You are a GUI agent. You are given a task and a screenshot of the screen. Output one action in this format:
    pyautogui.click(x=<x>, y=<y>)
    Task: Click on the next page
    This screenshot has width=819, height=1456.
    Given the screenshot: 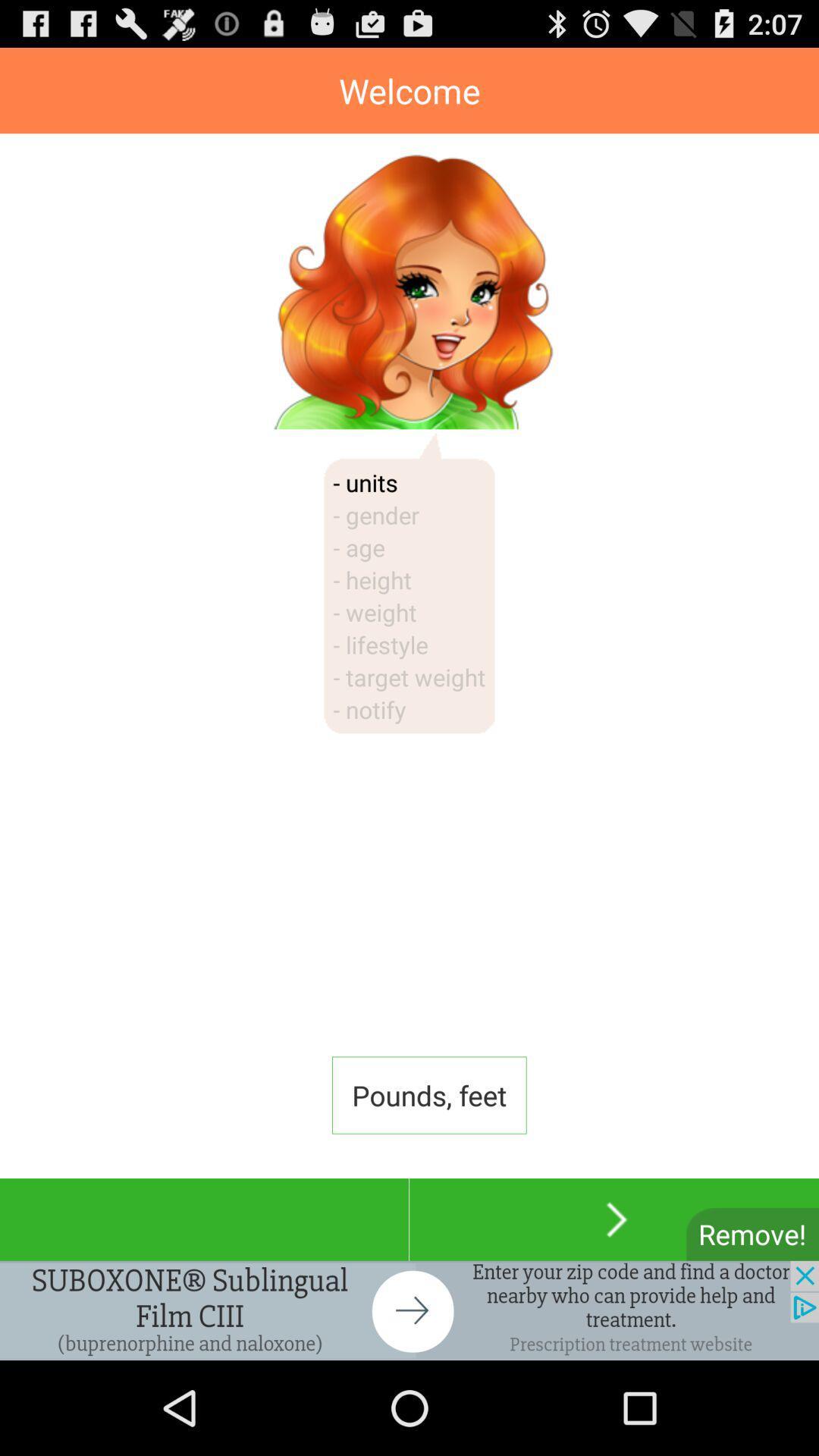 What is the action you would take?
    pyautogui.click(x=614, y=1219)
    